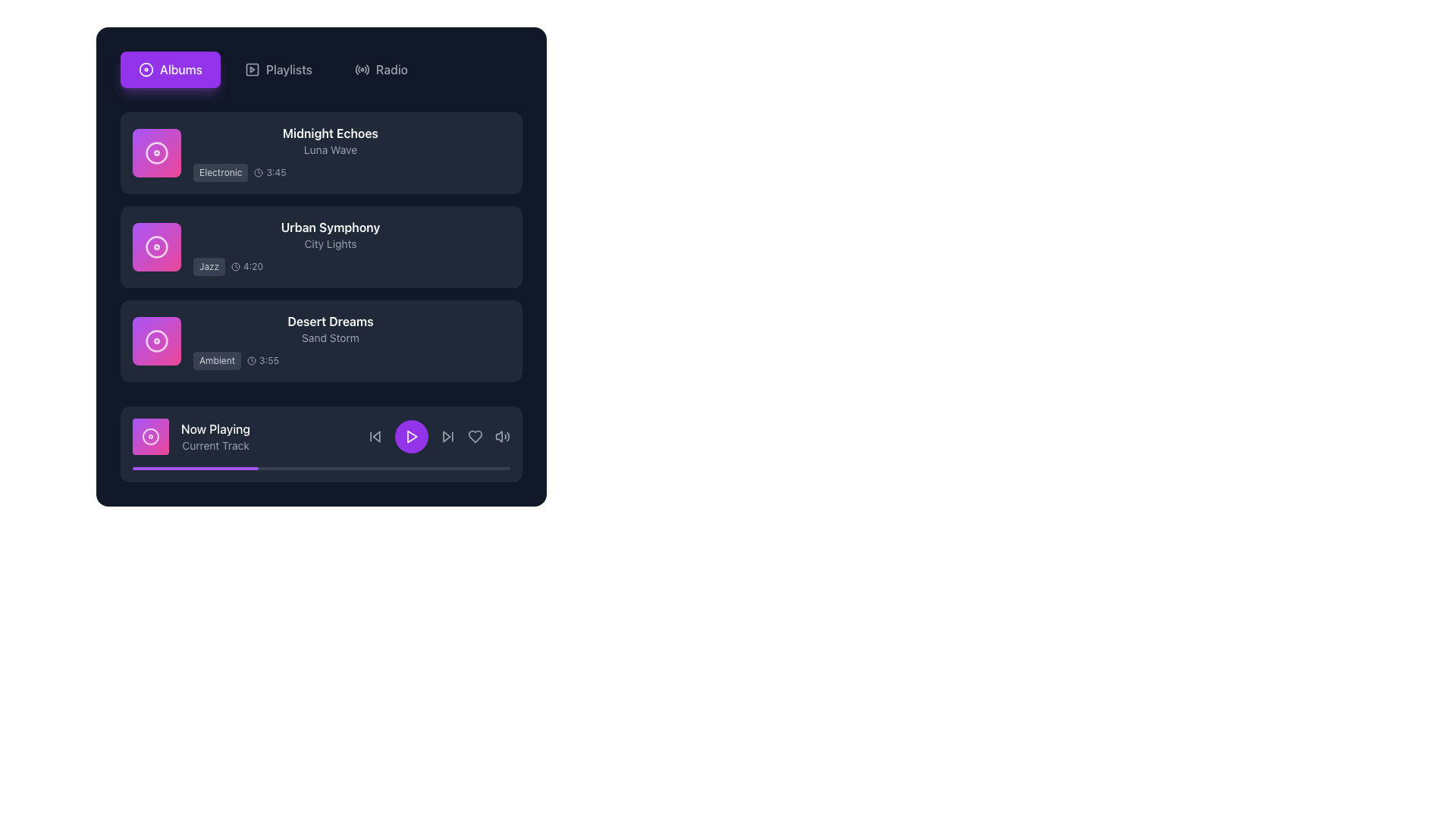 Image resolution: width=1456 pixels, height=819 pixels. What do you see at coordinates (156, 246) in the screenshot?
I see `the vibrant gradient Icon button with a circular outline and filled circle at its center, located above the text 'Urban Symphony' and 'City Lights'` at bounding box center [156, 246].